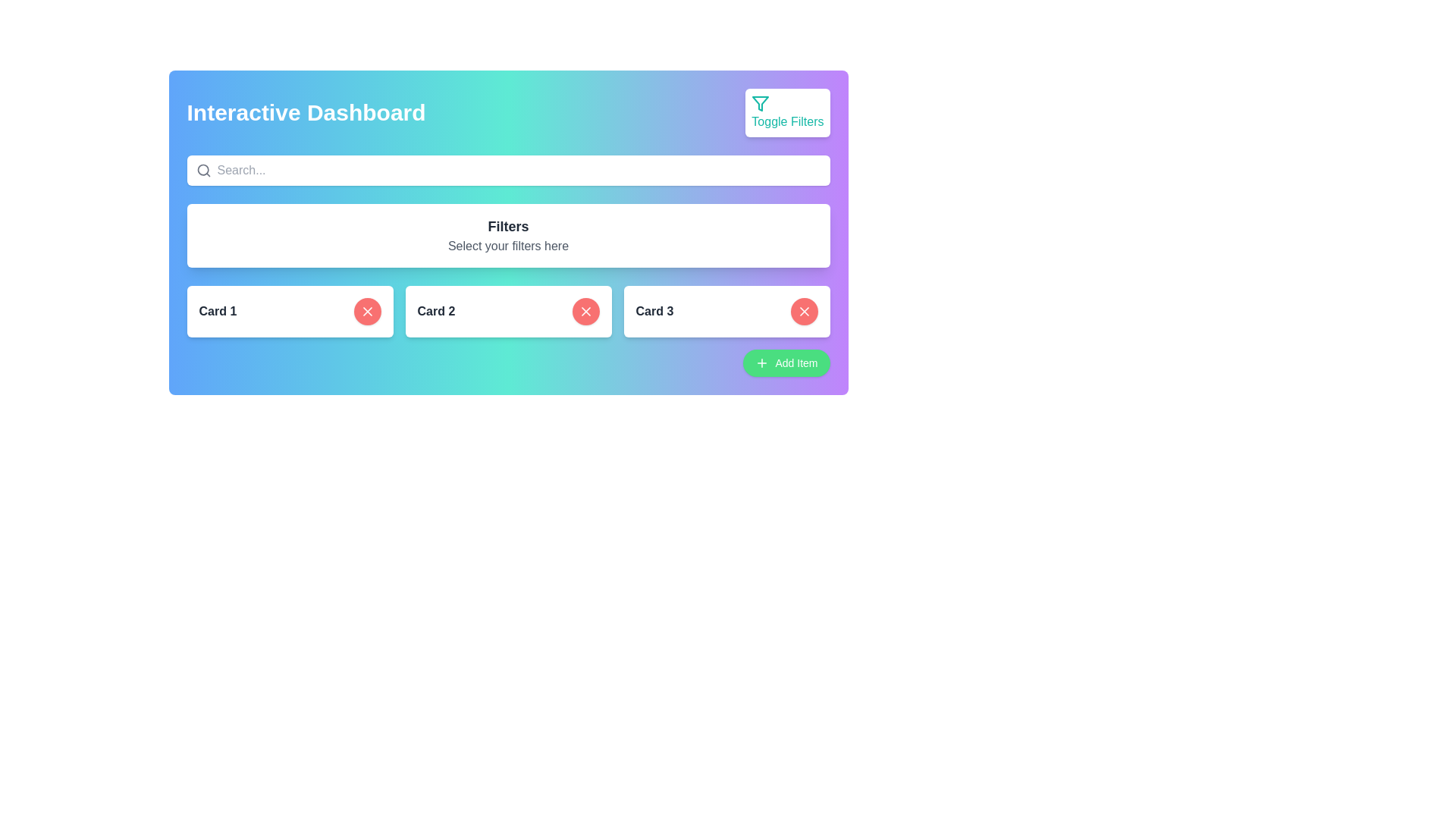 The height and width of the screenshot is (819, 1456). Describe the element at coordinates (202, 170) in the screenshot. I see `the search icon located at the left side of the text input field with the placeholder 'Search...'` at that location.